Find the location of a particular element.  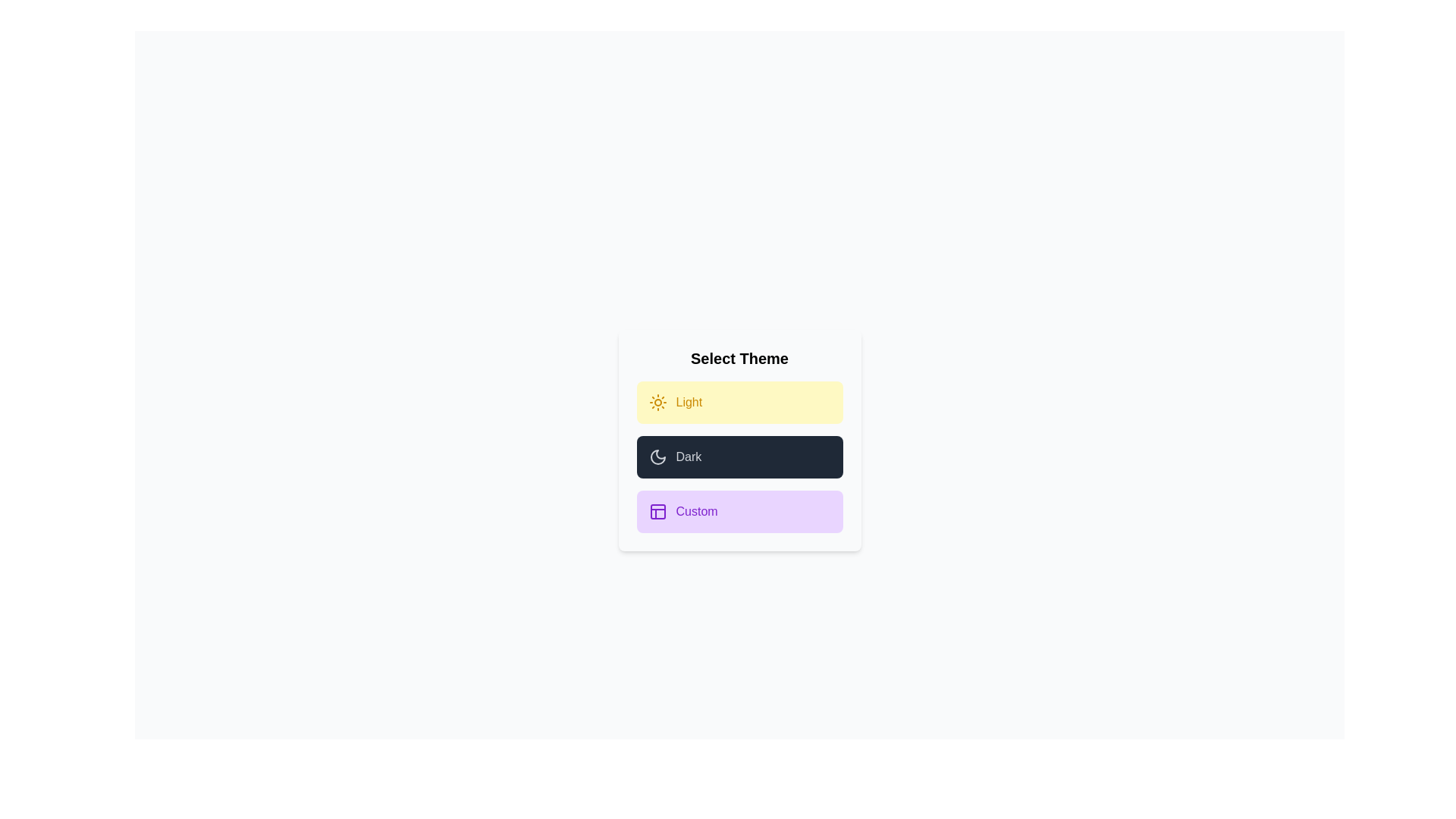

the button located at the bottom of the 'Select Theme' section, directly below the 'Dark' button is located at coordinates (739, 512).